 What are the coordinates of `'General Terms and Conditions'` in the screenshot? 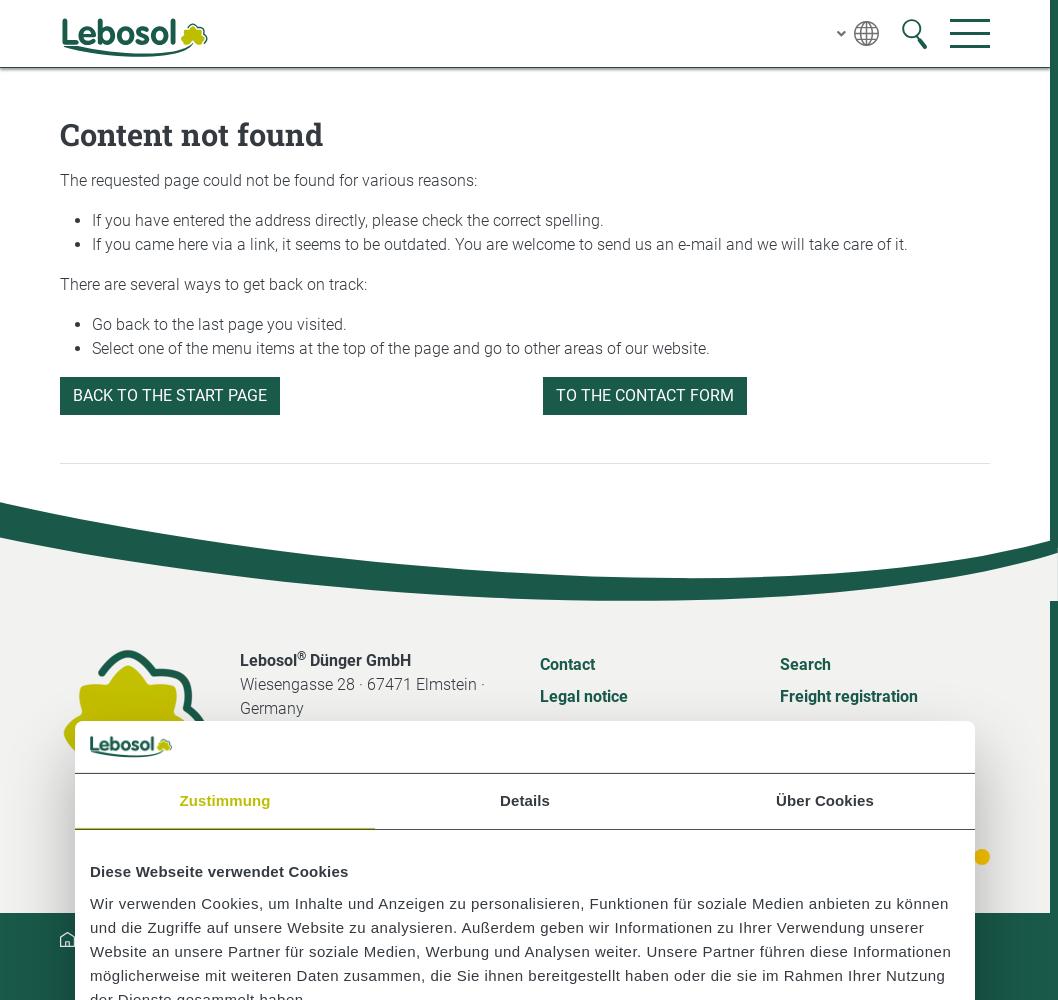 It's located at (608, 772).